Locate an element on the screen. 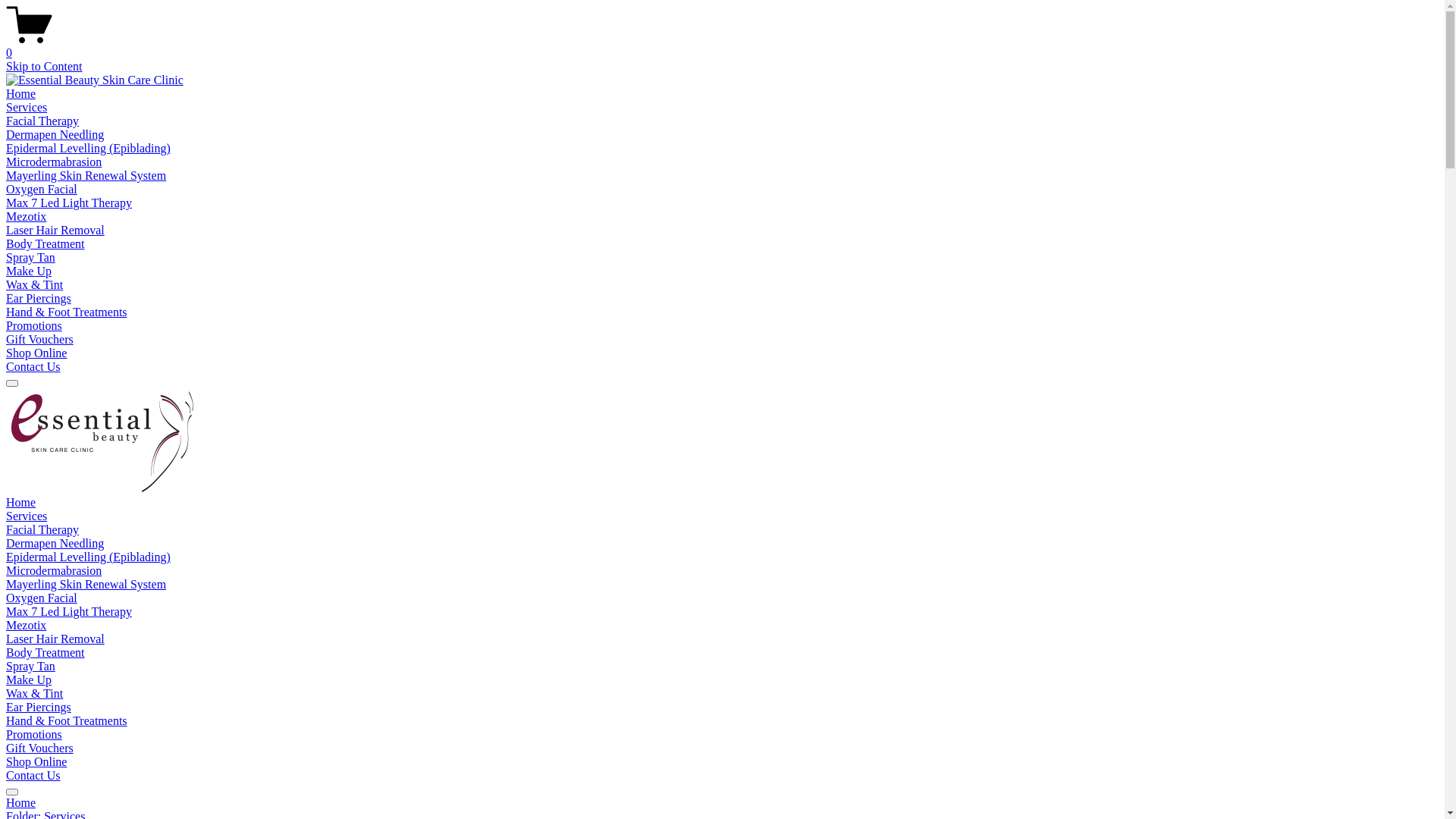 The image size is (1456, 819). 'Home' is located at coordinates (20, 502).